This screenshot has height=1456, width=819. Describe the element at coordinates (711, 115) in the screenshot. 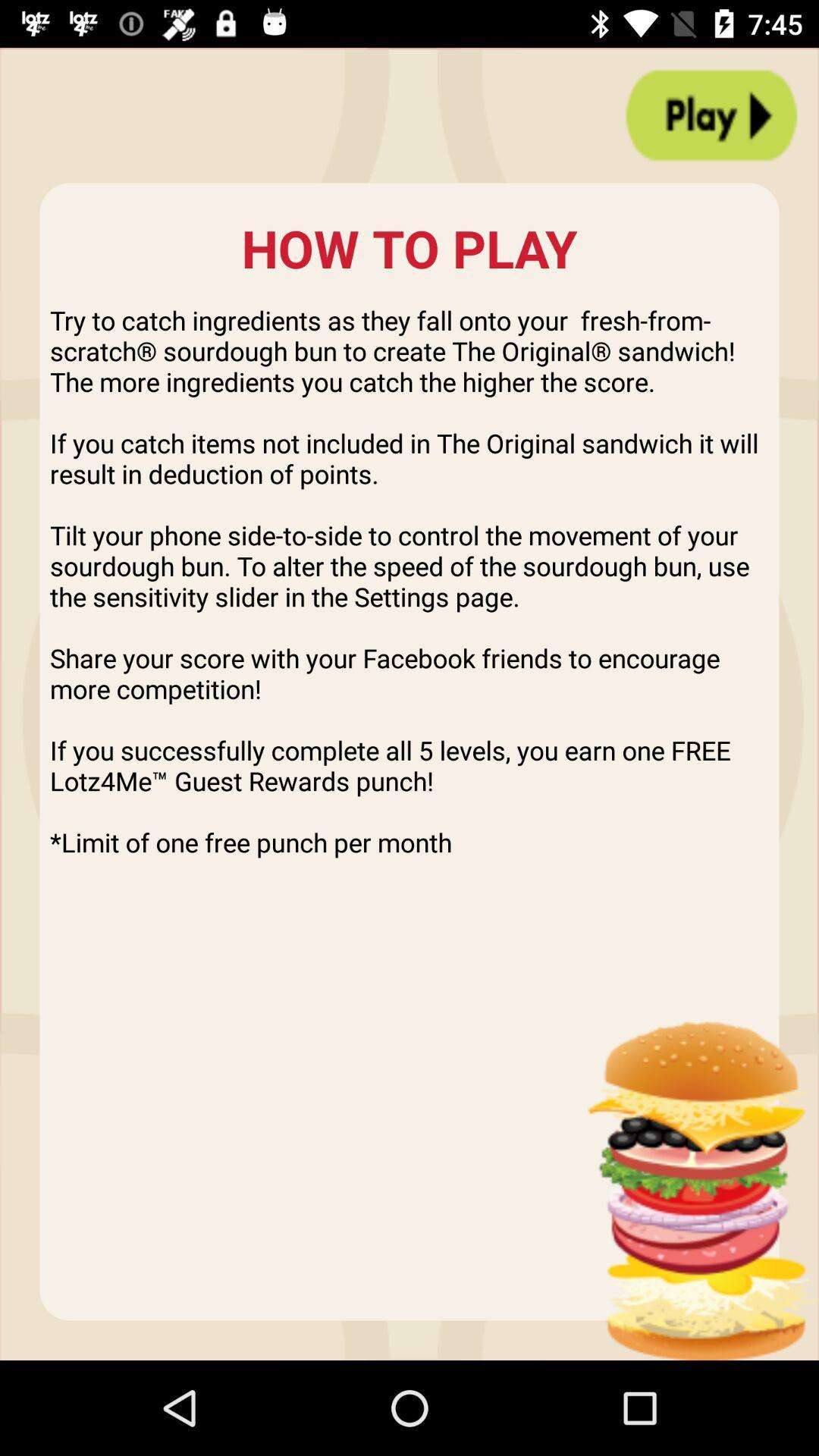

I see `icon above the try to catch icon` at that location.